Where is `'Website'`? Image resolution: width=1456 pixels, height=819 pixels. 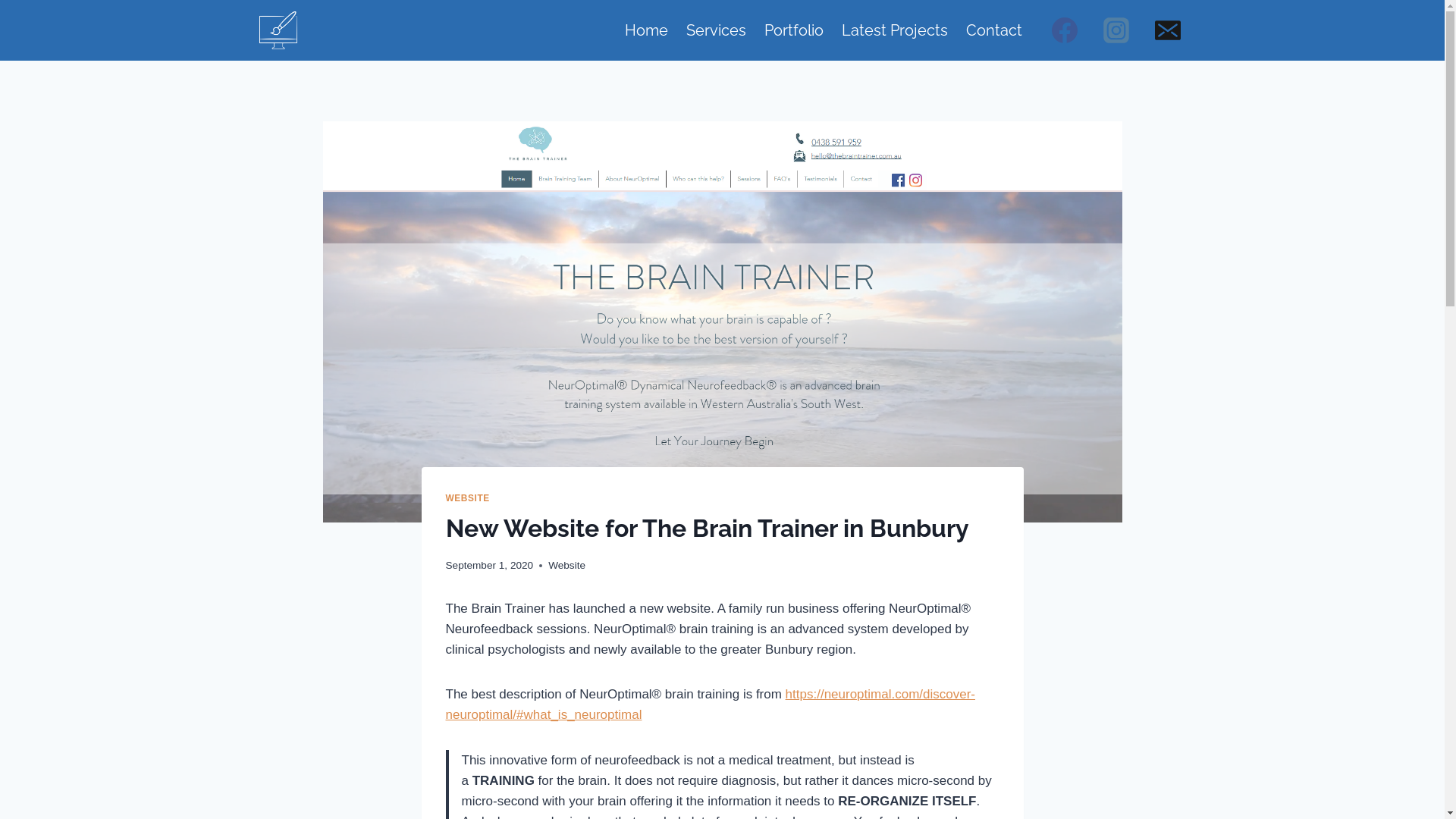 'Website' is located at coordinates (548, 565).